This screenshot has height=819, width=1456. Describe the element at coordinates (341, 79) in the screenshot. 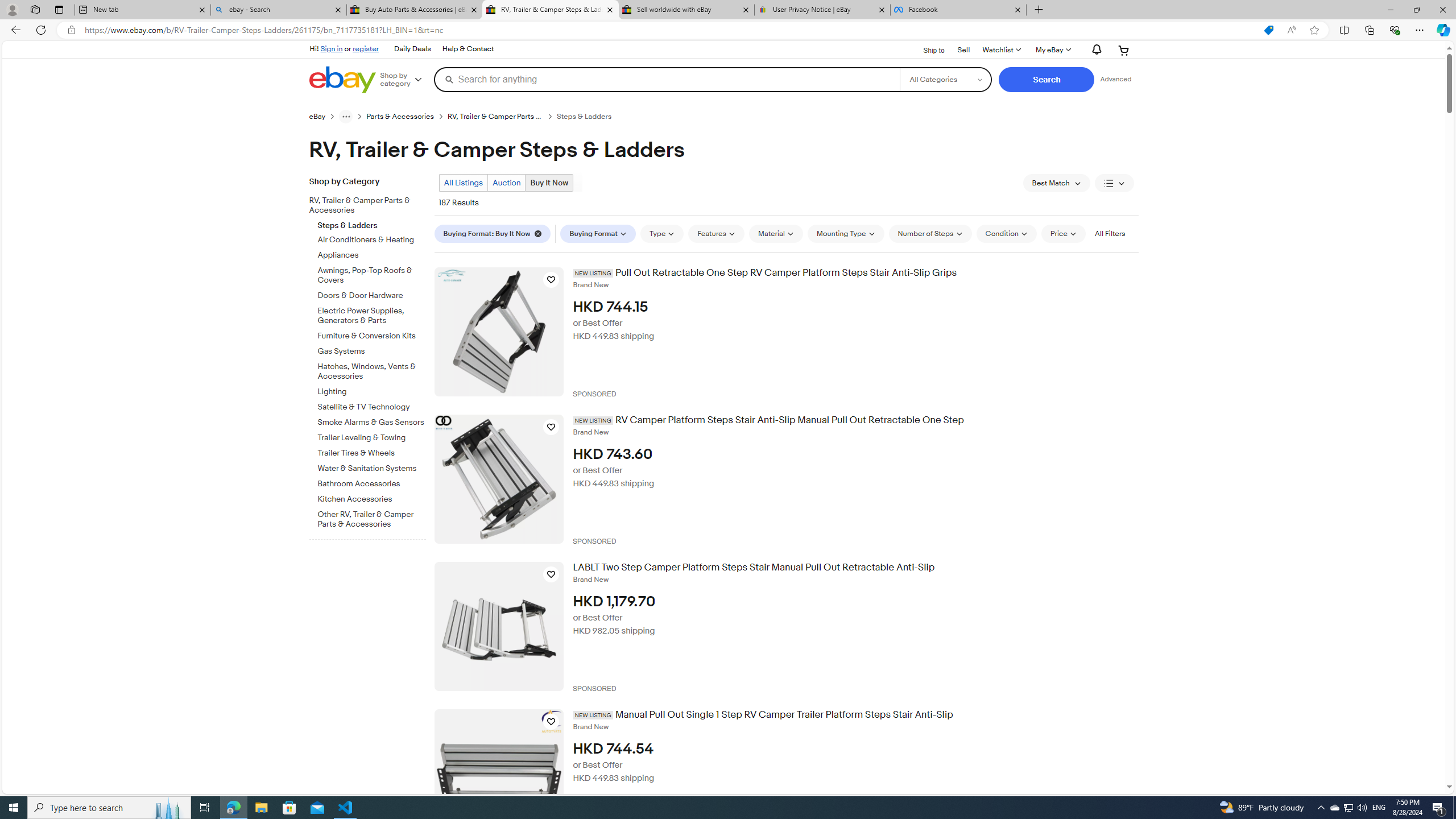

I see `'eBay Home'` at that location.